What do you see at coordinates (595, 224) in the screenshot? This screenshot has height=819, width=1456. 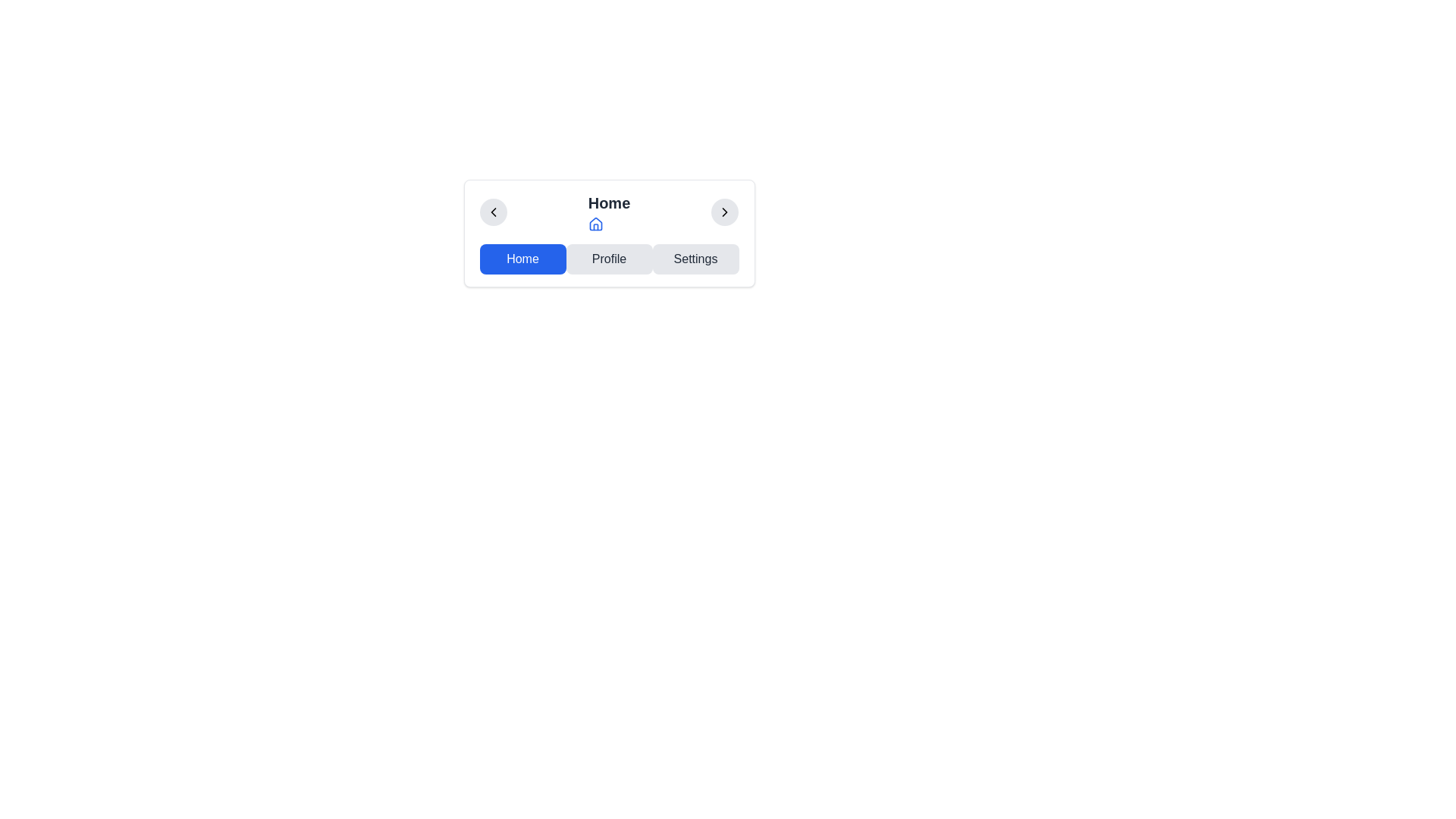 I see `the blue house icon located beneath the 'Home' header in the navigation section` at bounding box center [595, 224].